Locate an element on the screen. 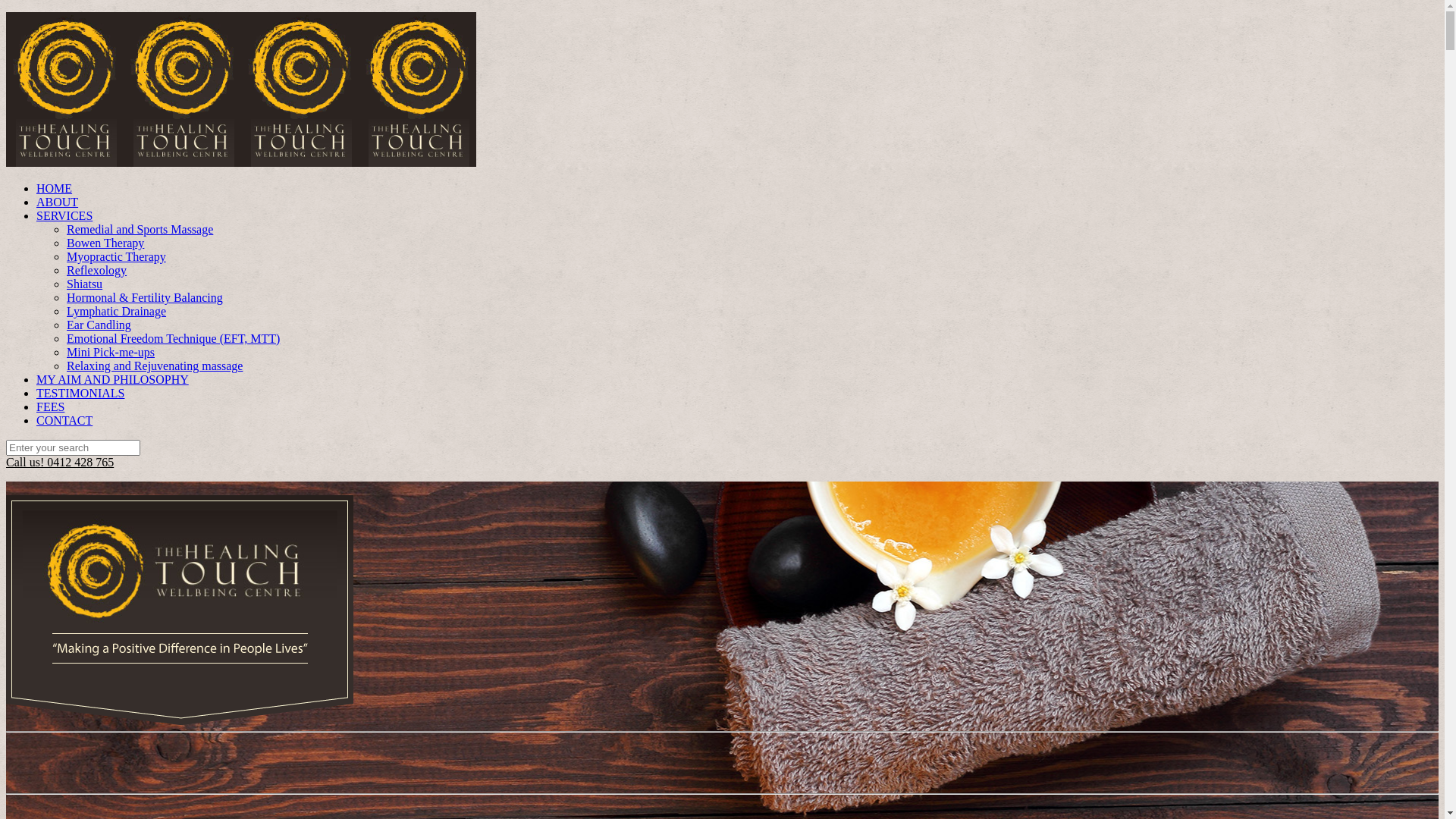 The image size is (1456, 819). 'Myopractic Therapy' is located at coordinates (115, 256).